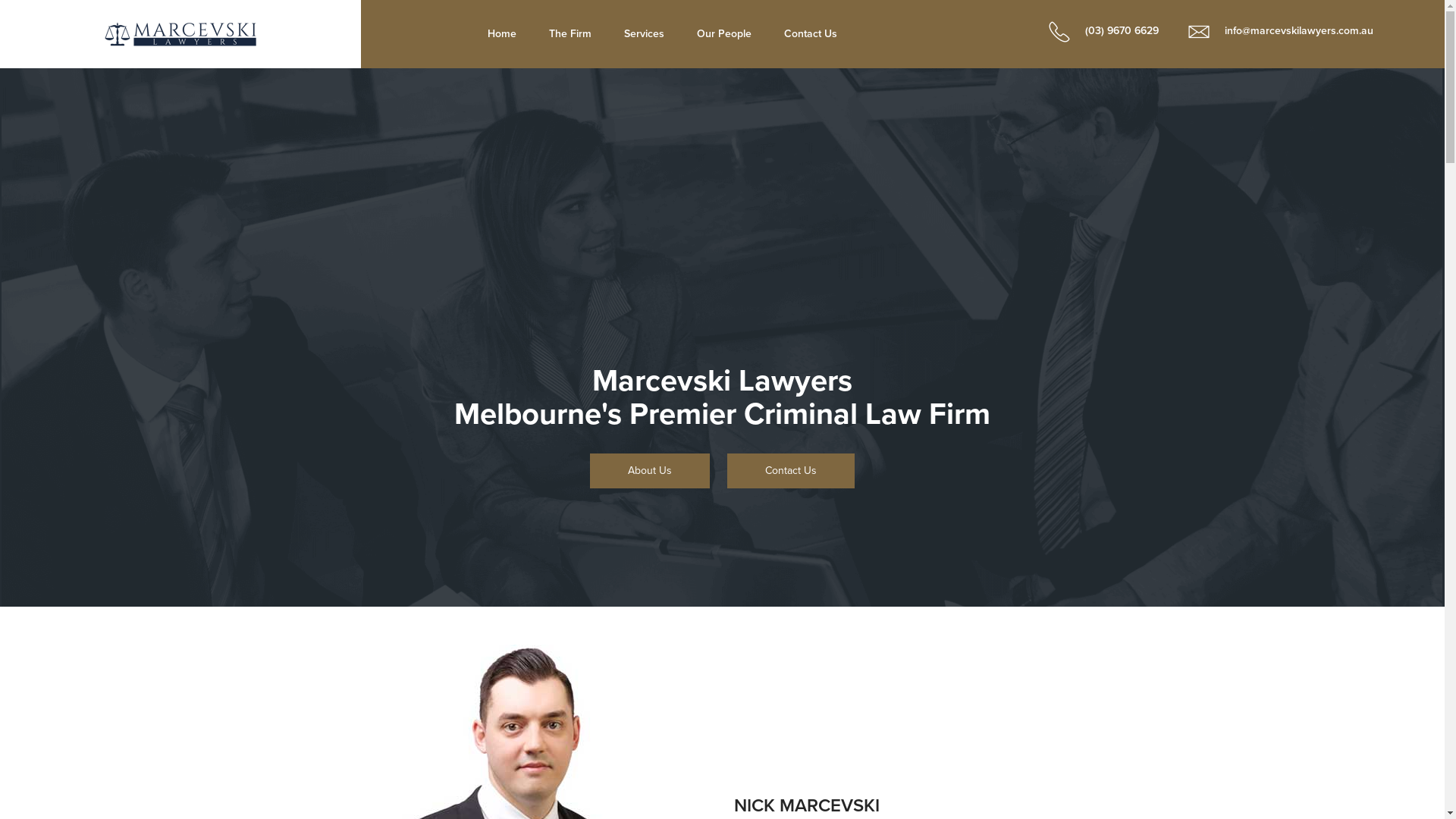 Image resolution: width=1456 pixels, height=819 pixels. Describe the element at coordinates (534, 34) in the screenshot. I see `'The Firm'` at that location.